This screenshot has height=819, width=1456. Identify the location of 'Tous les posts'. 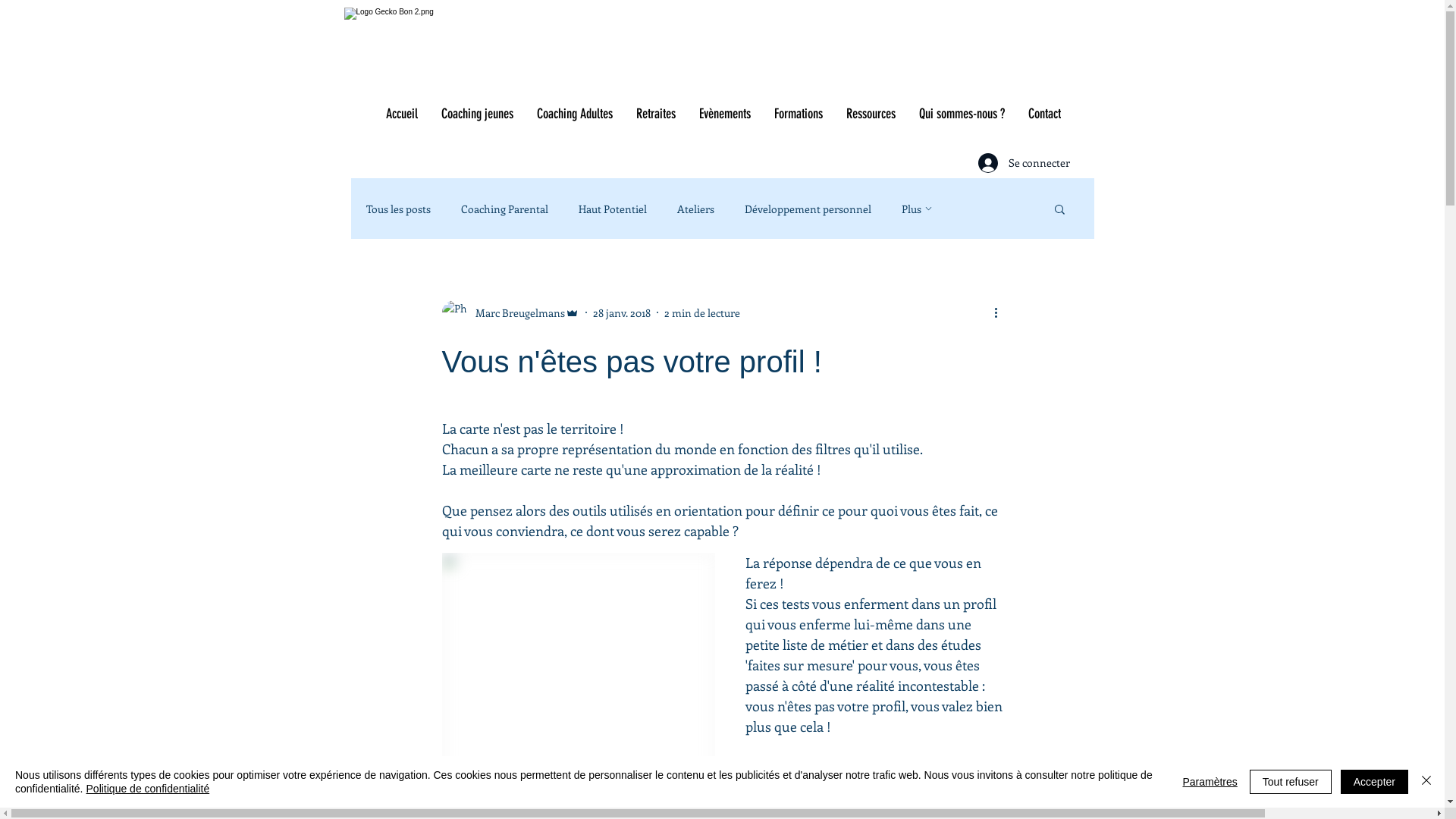
(365, 209).